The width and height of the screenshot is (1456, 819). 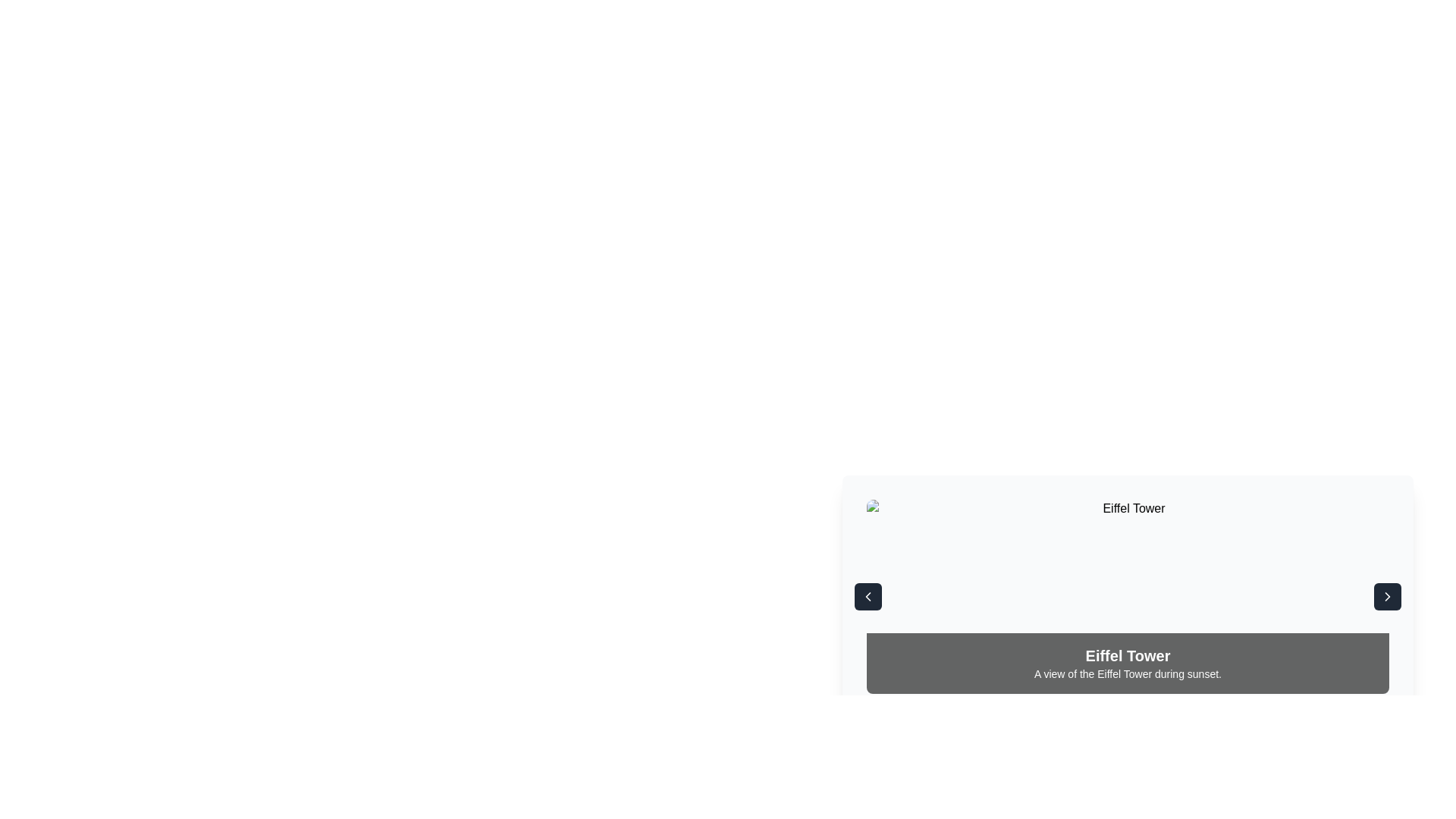 I want to click on the chevron-shaped arrow icon pointing to the right, located near the right edge of the interface, so click(x=1387, y=595).